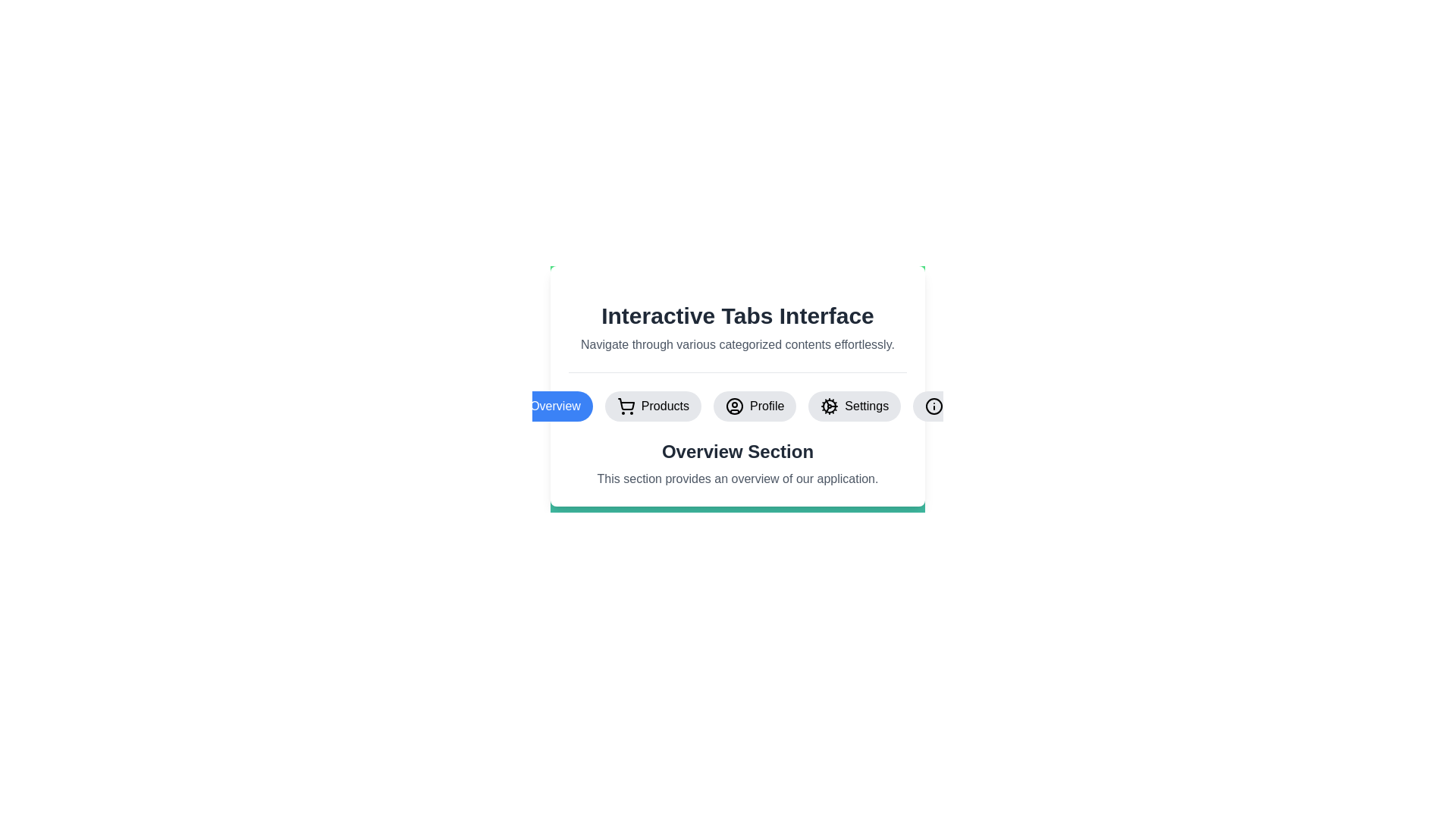  I want to click on the 'Overview Section' text label, which is prominently displayed in a large, semibold font with dark gray color, located near the center of the interface just beneath the interactive tabs, so click(738, 451).